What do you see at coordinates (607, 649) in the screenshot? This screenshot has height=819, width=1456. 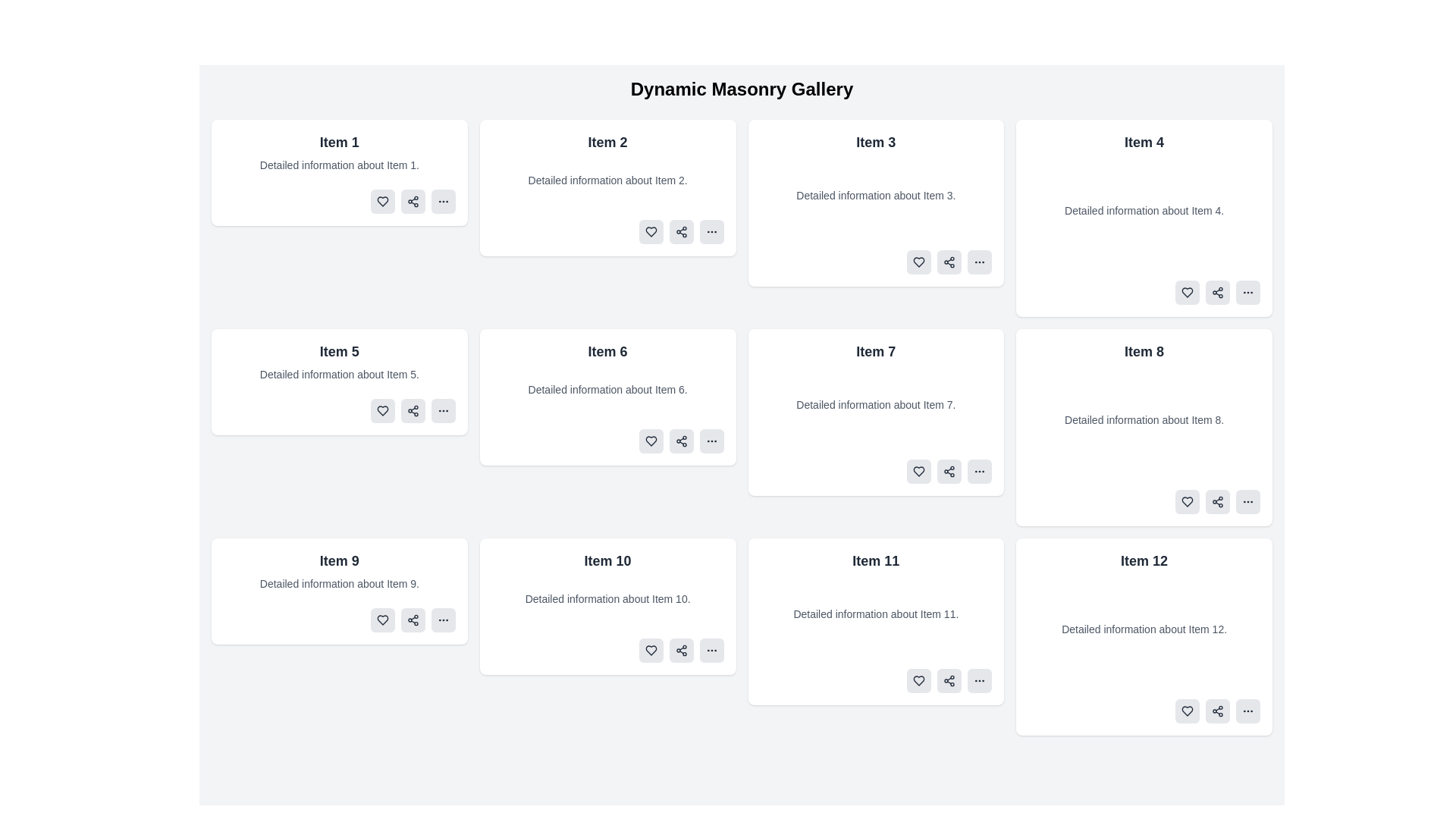 I see `one of the buttons inside the Action Toolbar located at the bottom-right corner of the 'Item 10' card` at bounding box center [607, 649].